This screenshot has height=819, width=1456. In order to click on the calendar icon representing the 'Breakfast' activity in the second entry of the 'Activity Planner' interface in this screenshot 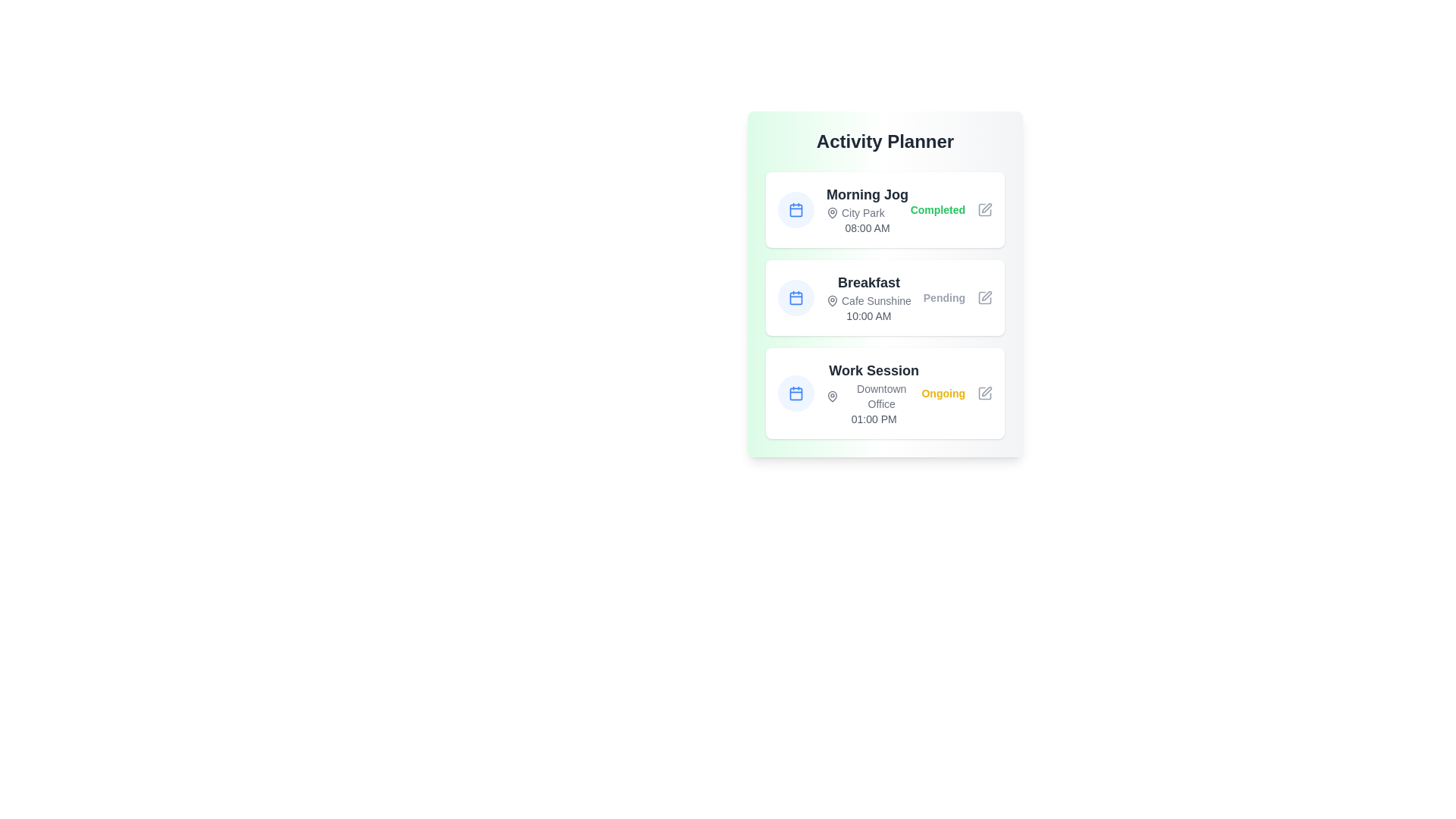, I will do `click(795, 298)`.